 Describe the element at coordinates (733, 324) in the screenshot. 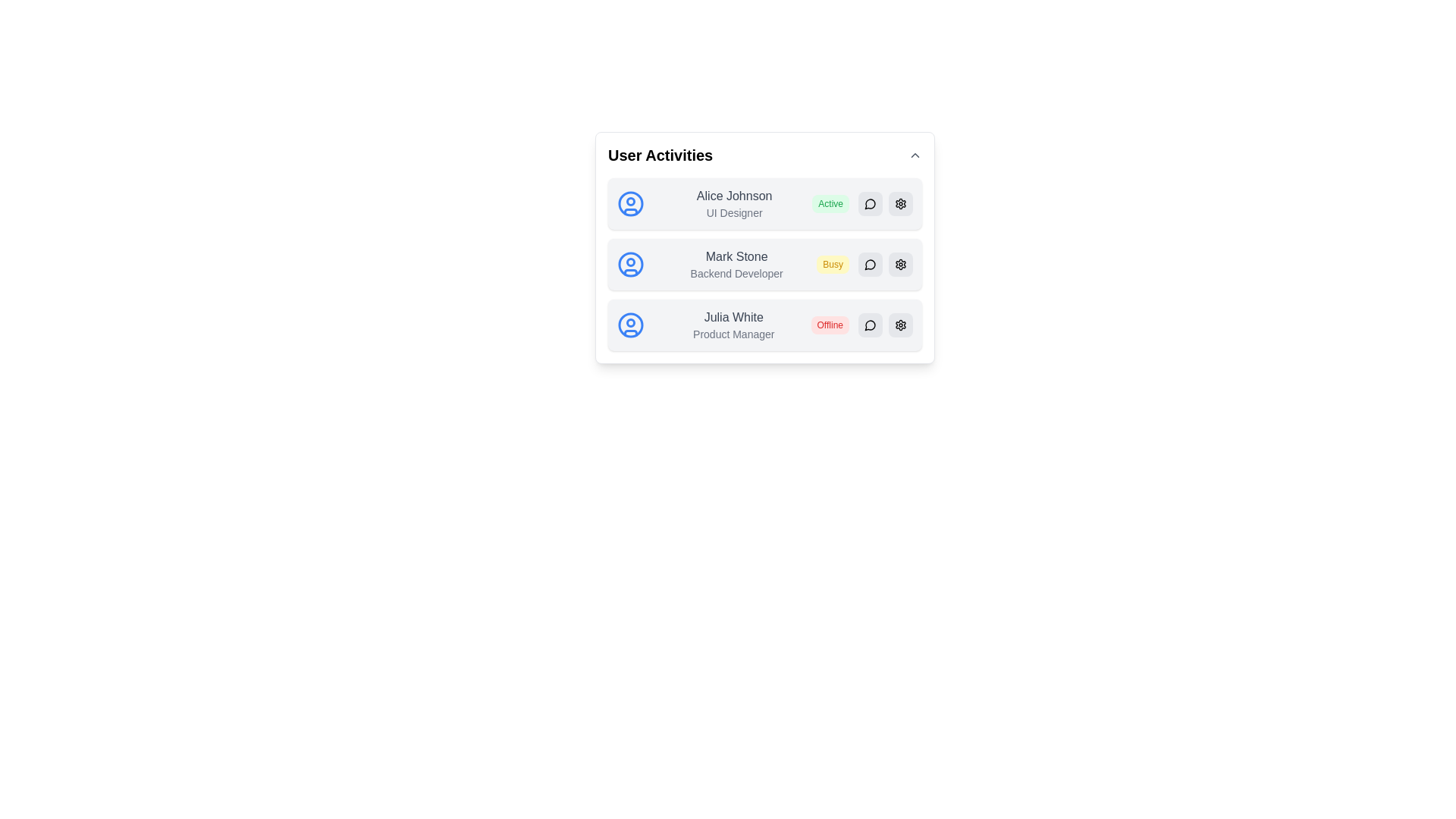

I see `the user identification and role label in the 'User Activities' list, which is located between the blue user icon and the status badge` at that location.